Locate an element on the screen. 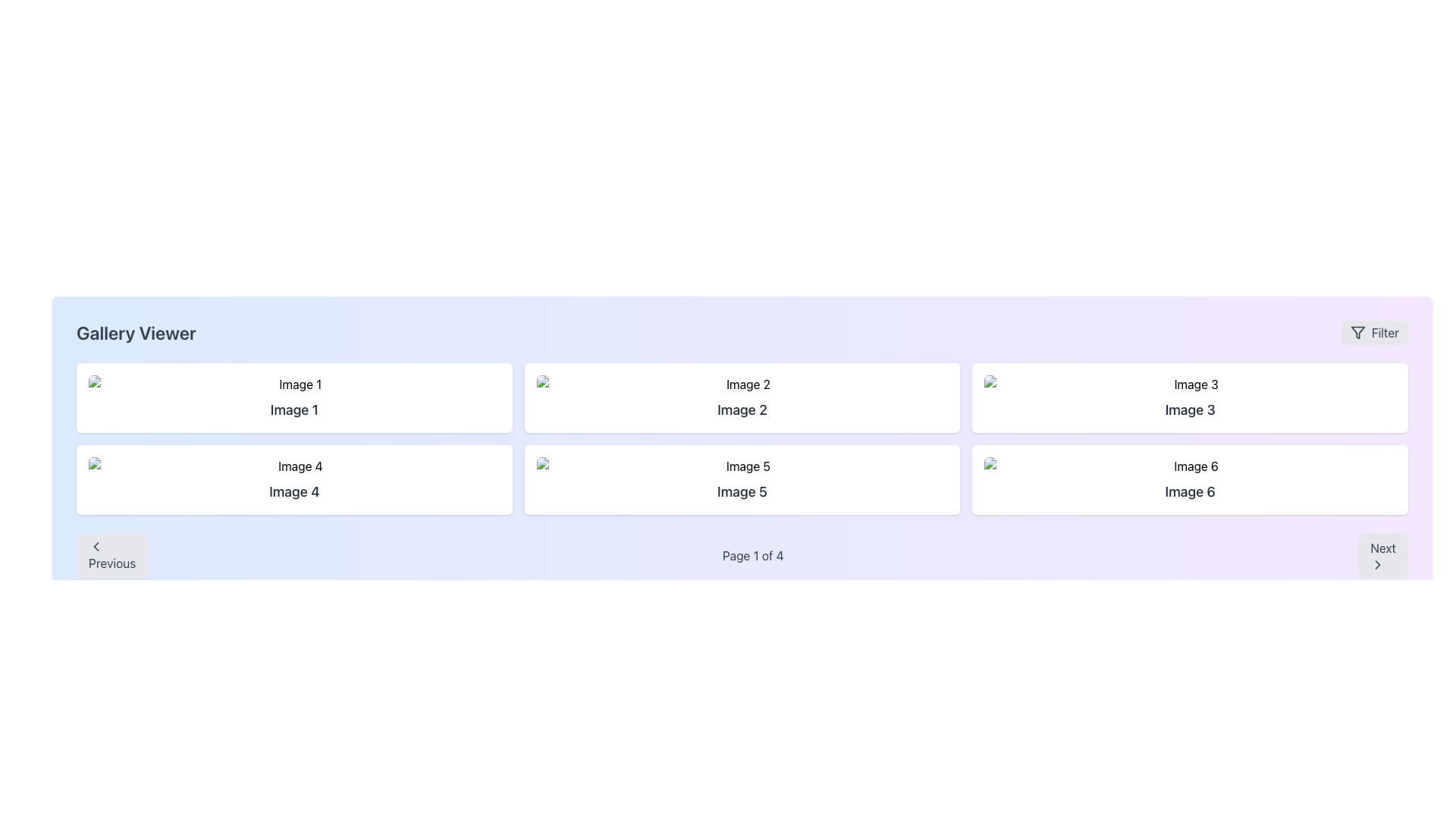  the leftmost image in the second row of the gallery grid is located at coordinates (294, 465).